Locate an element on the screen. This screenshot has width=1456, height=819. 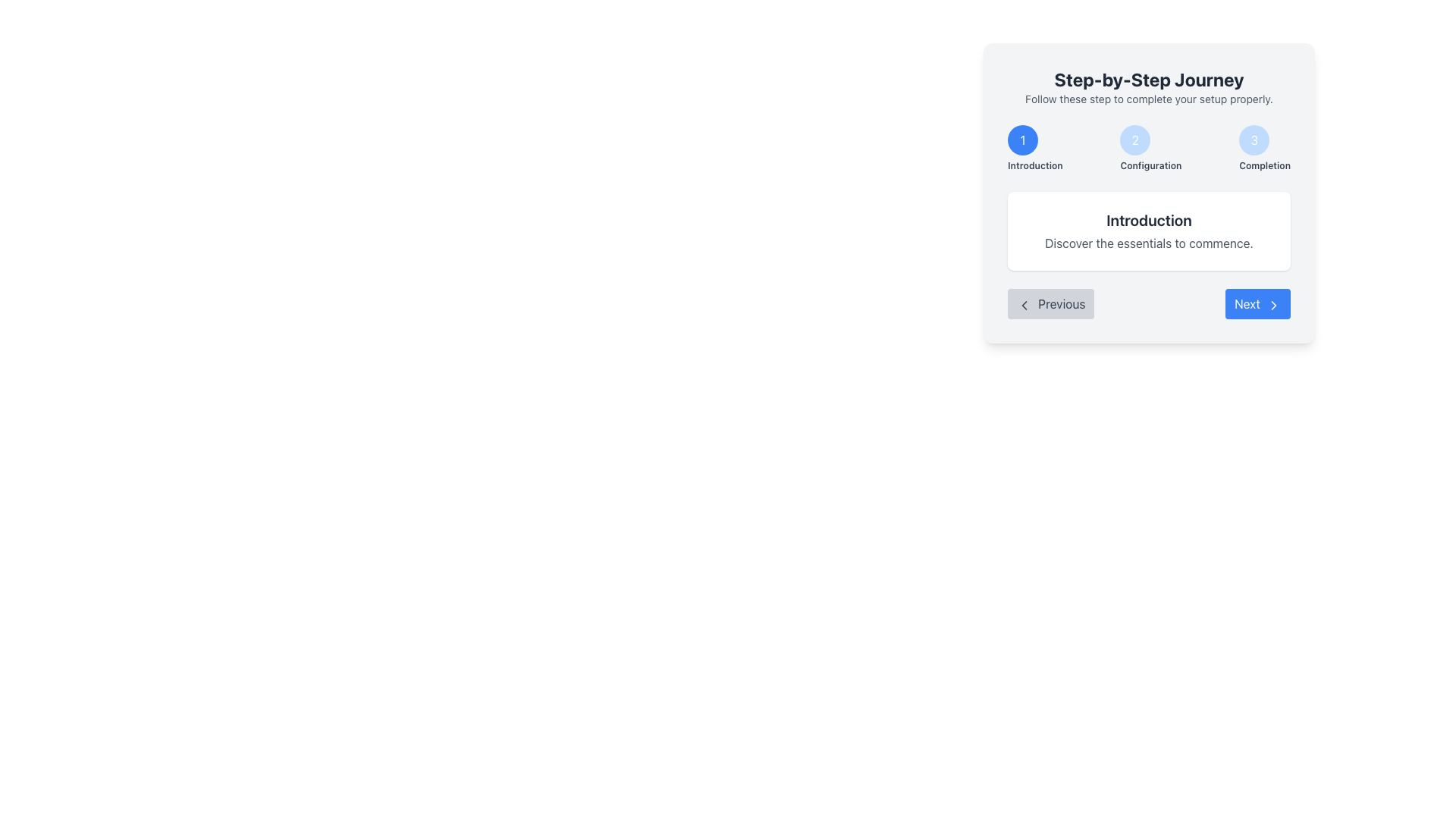
the center of the left-pointing chevron icon inside the 'Previous' button located at the bottom-left of the dialog box is located at coordinates (1024, 304).